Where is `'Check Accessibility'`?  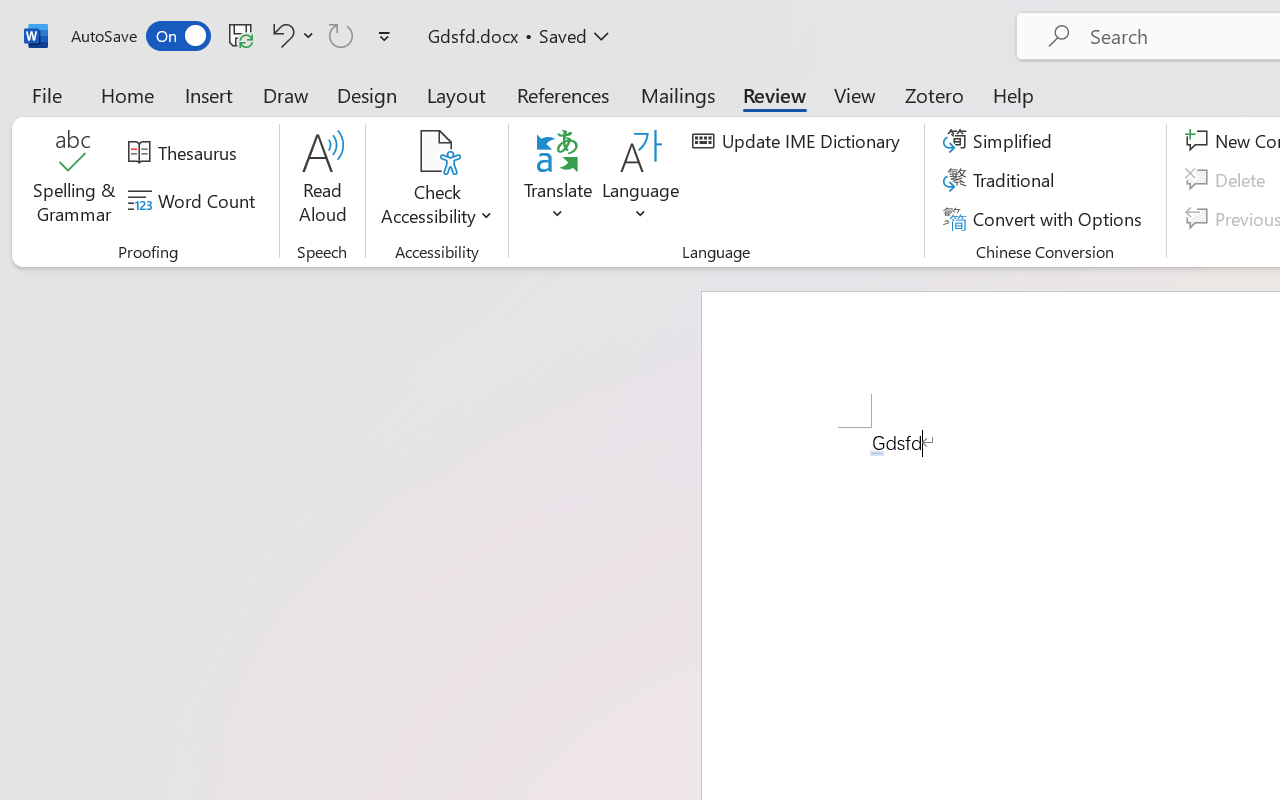 'Check Accessibility' is located at coordinates (436, 179).